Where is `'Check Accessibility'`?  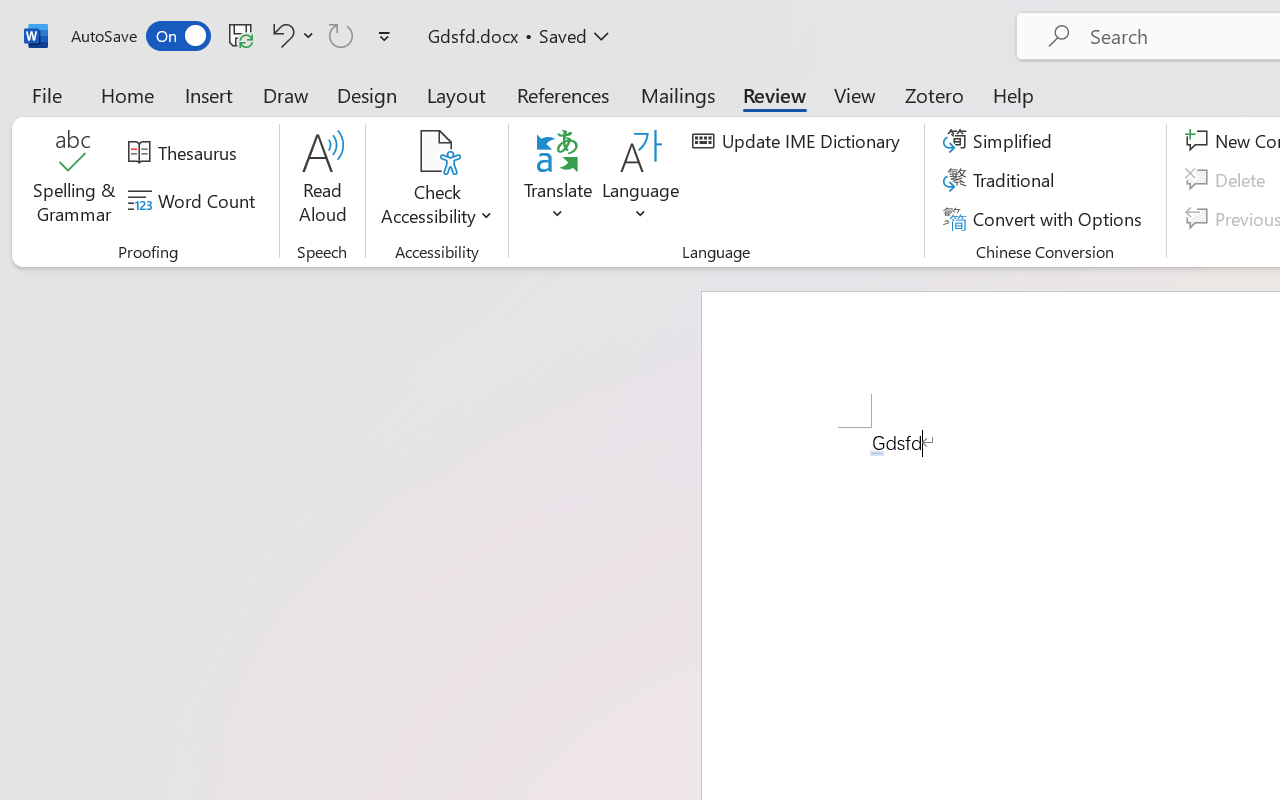 'Check Accessibility' is located at coordinates (436, 179).